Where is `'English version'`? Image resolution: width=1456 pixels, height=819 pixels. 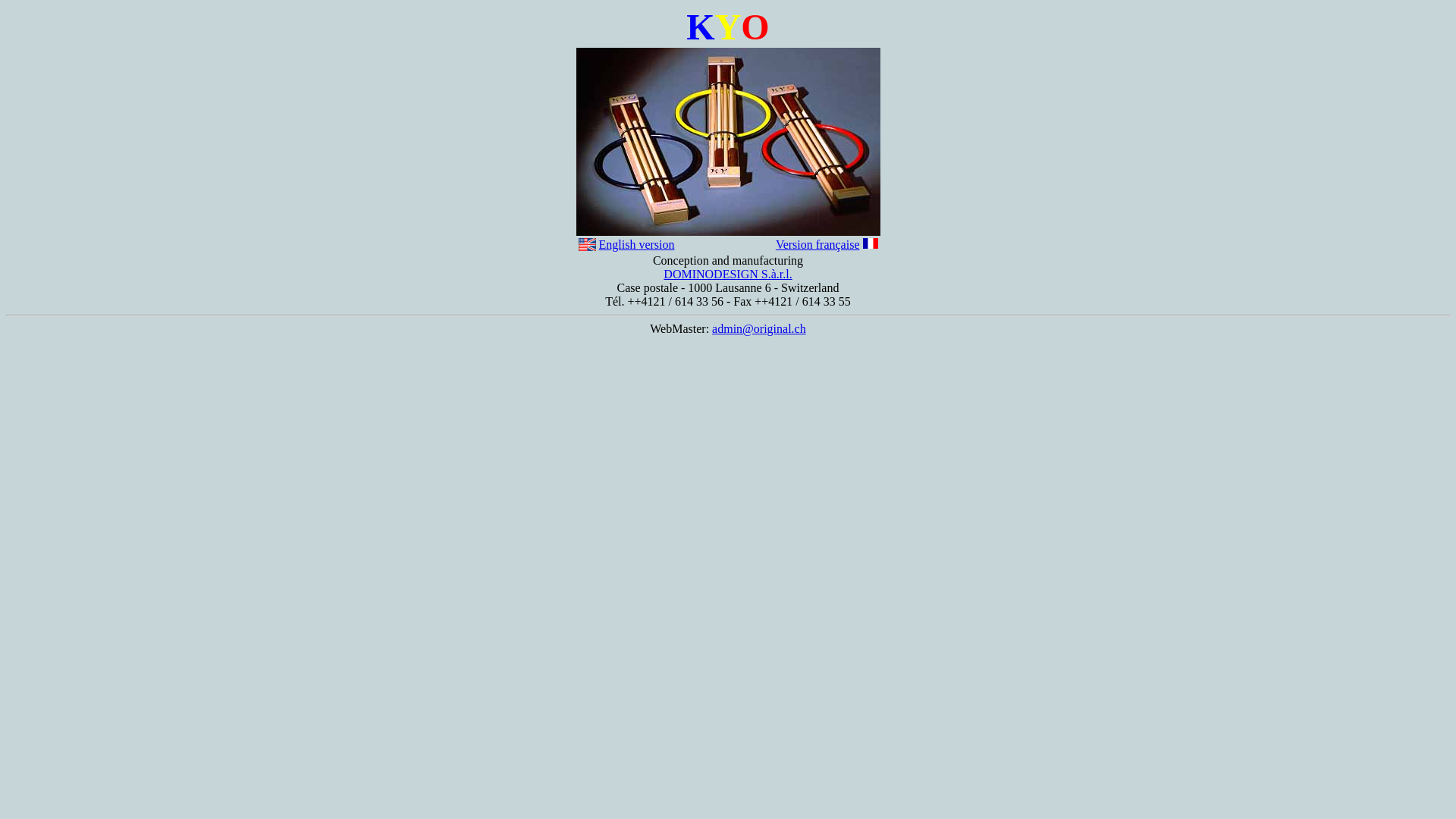 'English version' is located at coordinates (637, 243).